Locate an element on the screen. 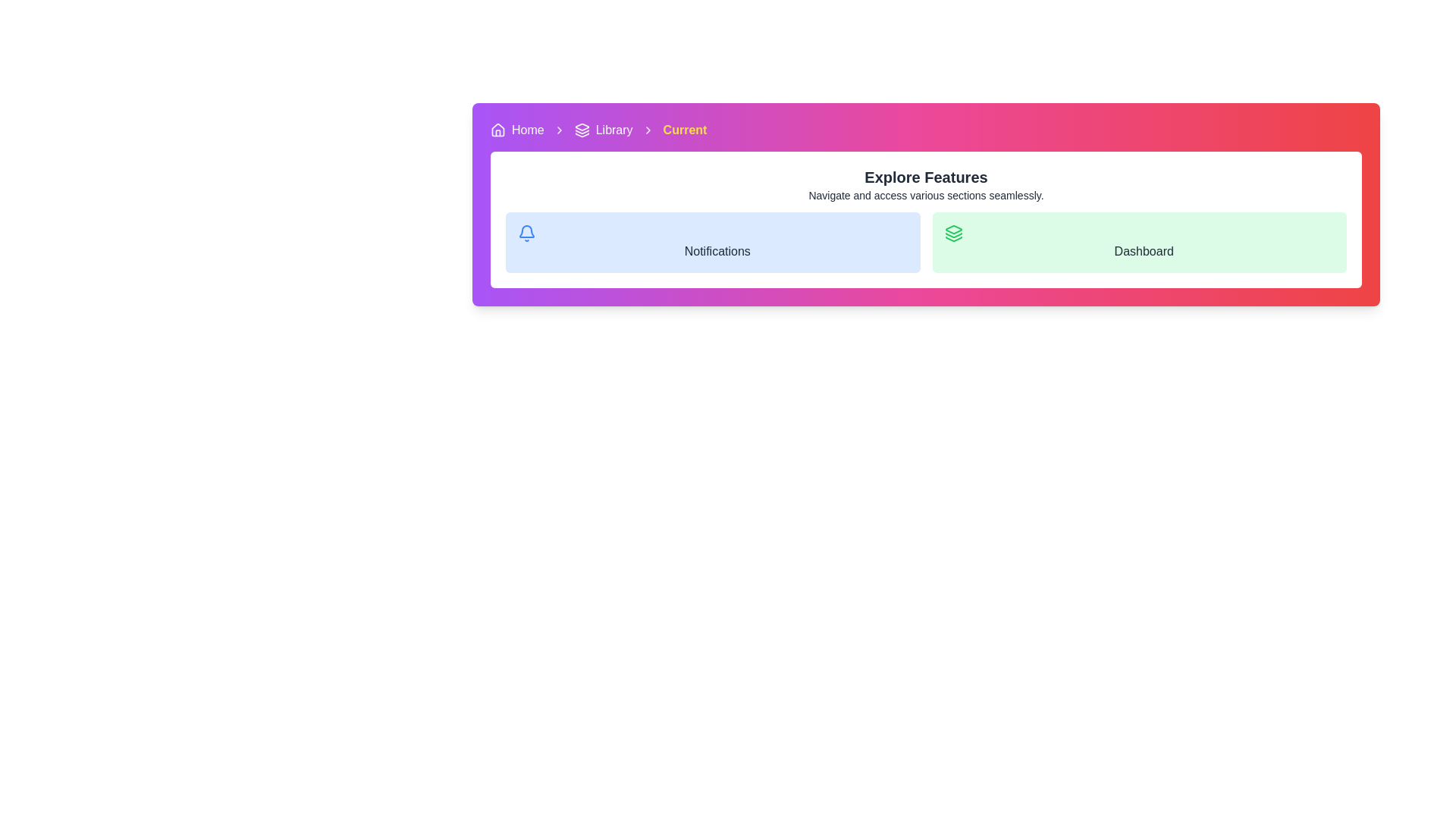 This screenshot has height=819, width=1456. the middle layer of the stacked icon in the top navigation bar, which is styled with clean geometric lines and outlined appearance is located at coordinates (581, 131).